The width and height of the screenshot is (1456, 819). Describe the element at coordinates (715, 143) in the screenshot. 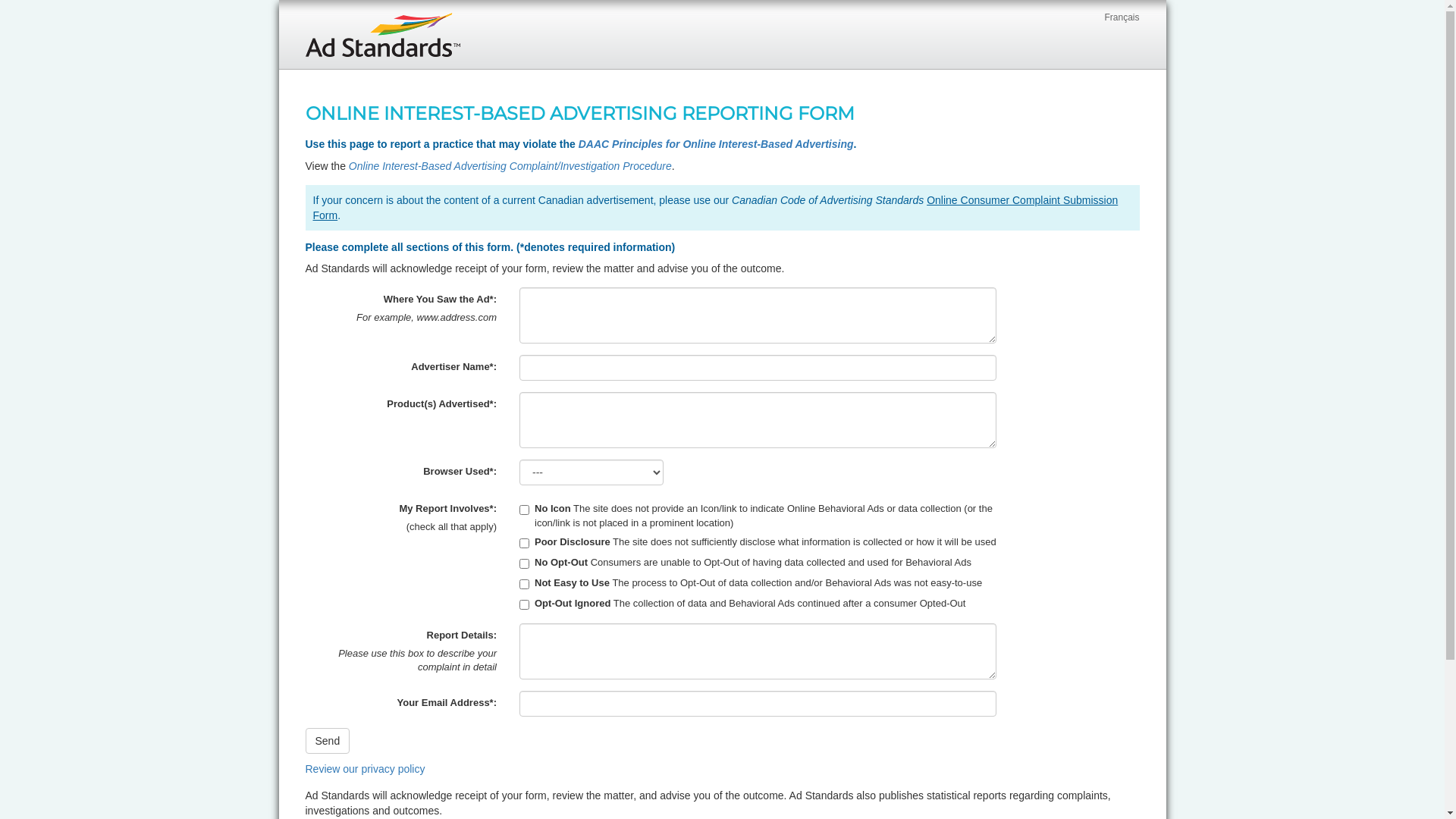

I see `'DAAC Principles for Online Interest-Based Advertising'` at that location.